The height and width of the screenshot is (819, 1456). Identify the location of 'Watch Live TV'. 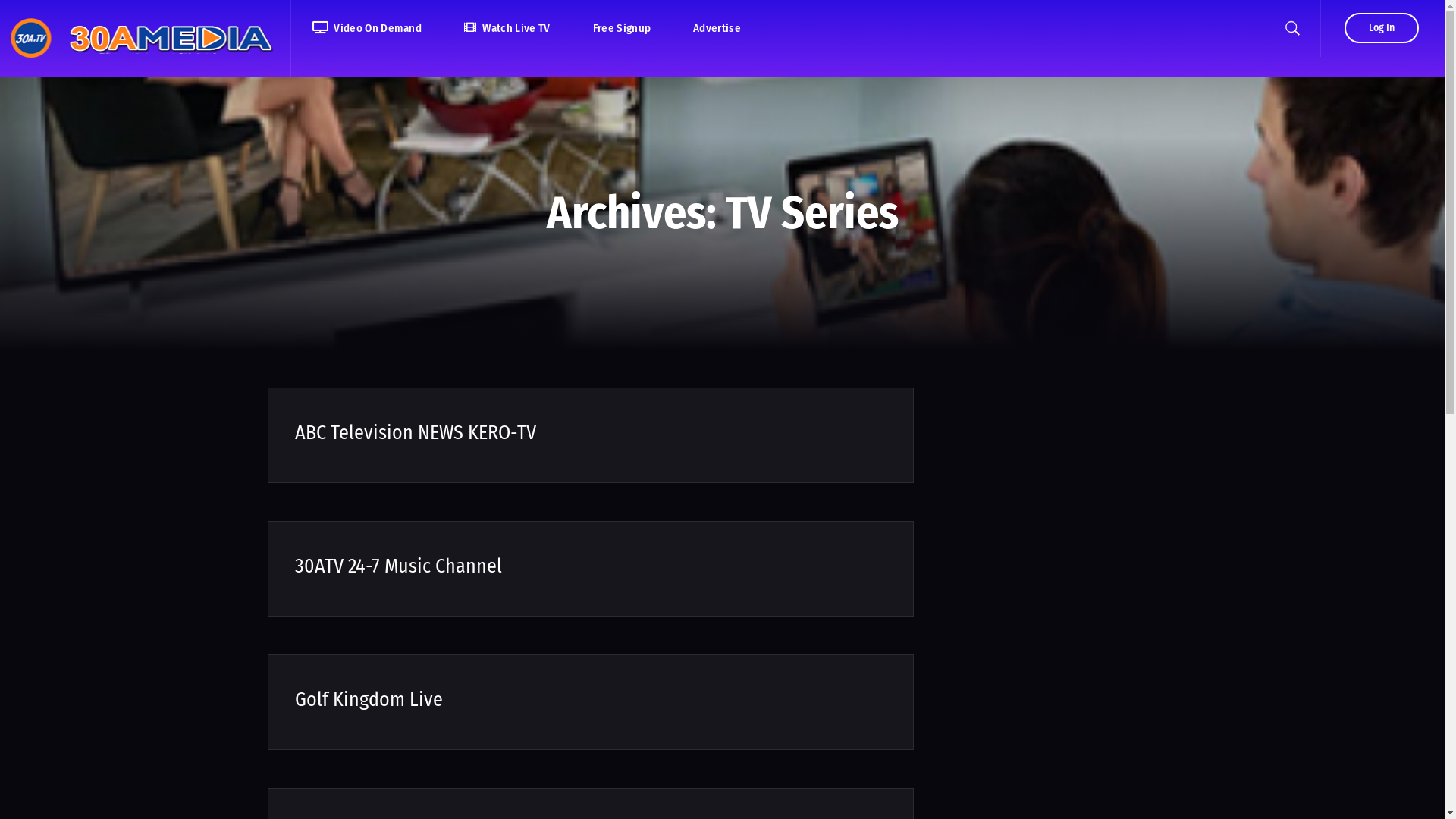
(442, 28).